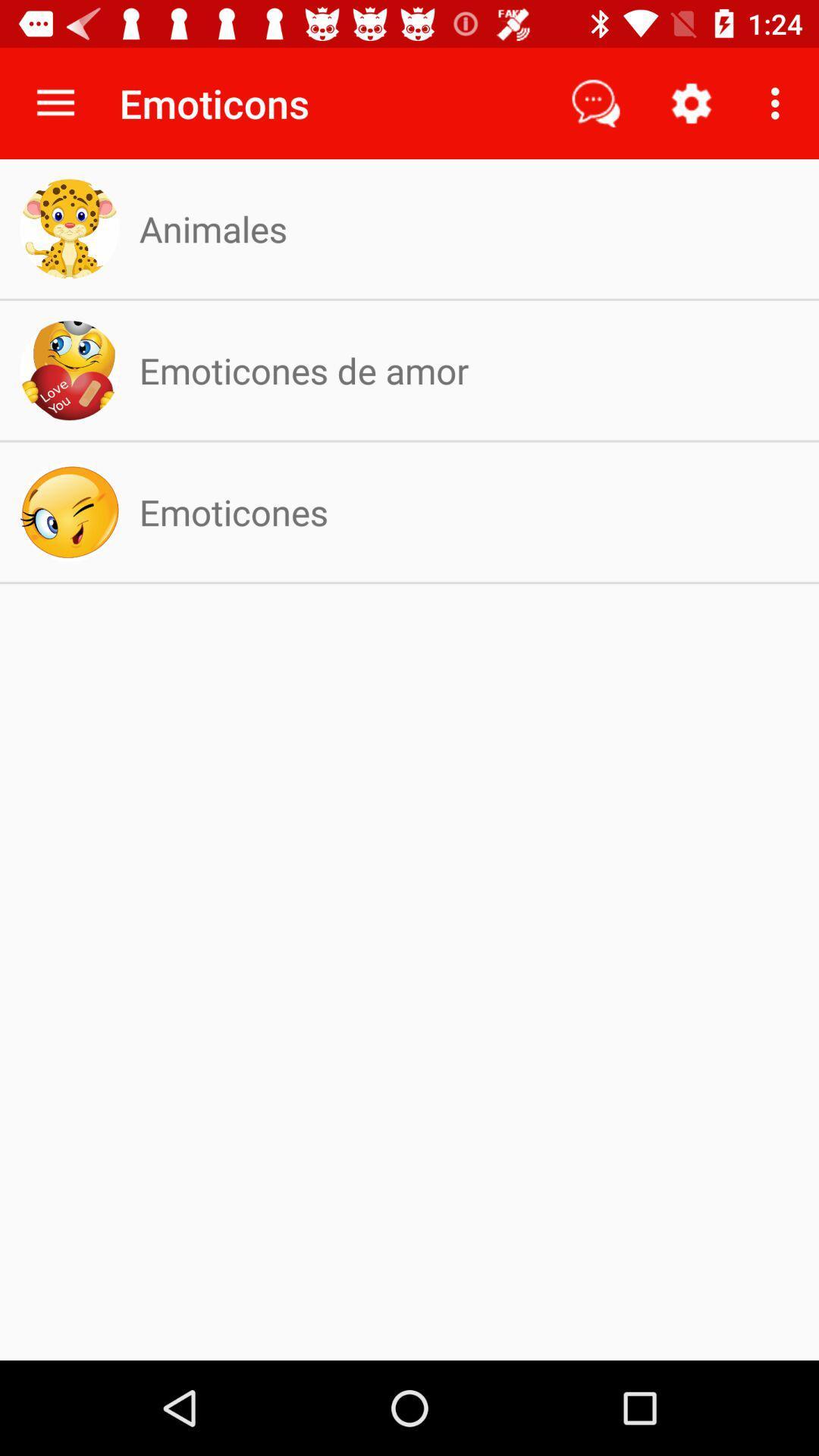  I want to click on the app below the emoticons app, so click(213, 227).